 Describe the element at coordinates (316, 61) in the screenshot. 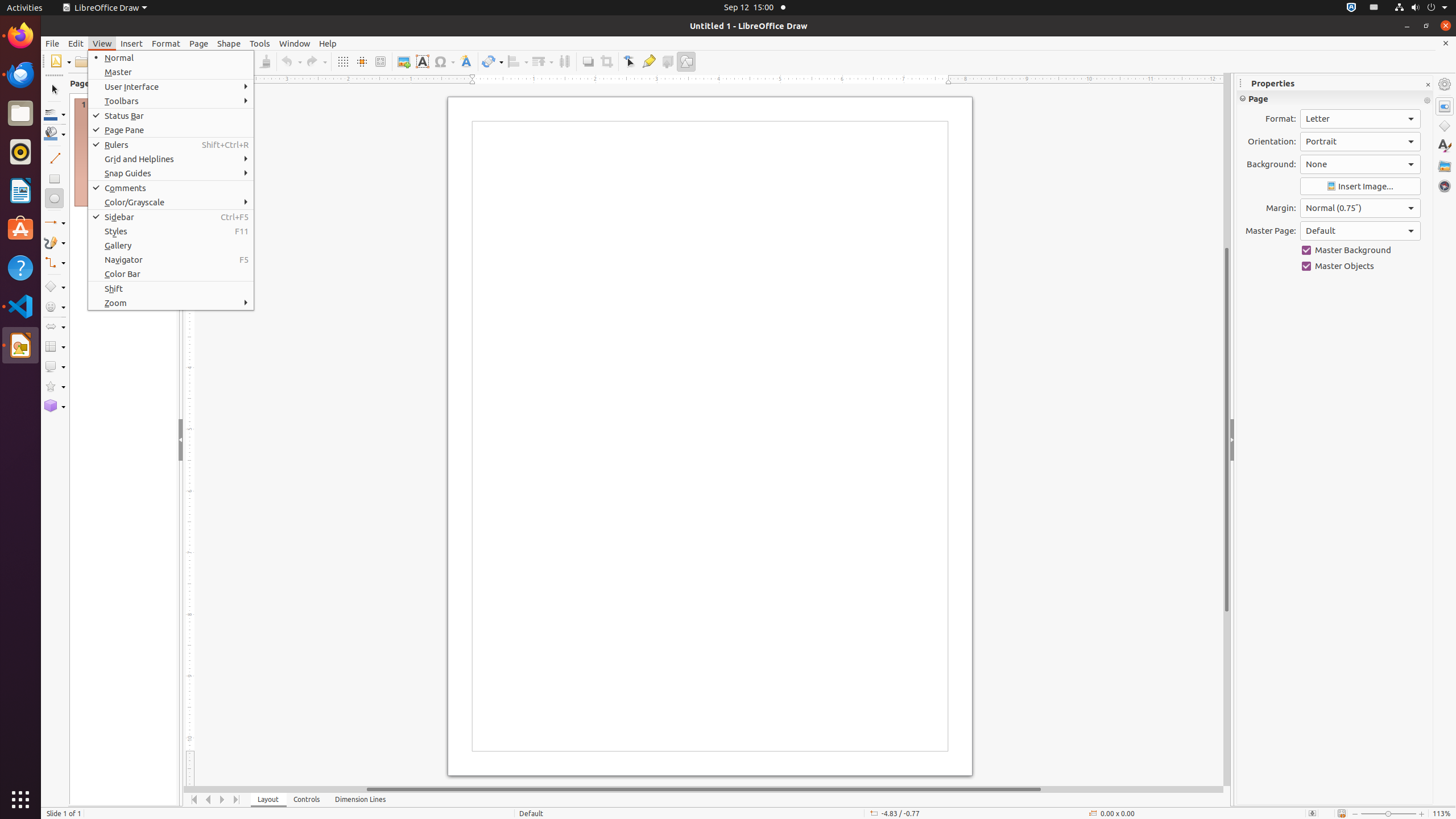

I see `'Redo'` at that location.